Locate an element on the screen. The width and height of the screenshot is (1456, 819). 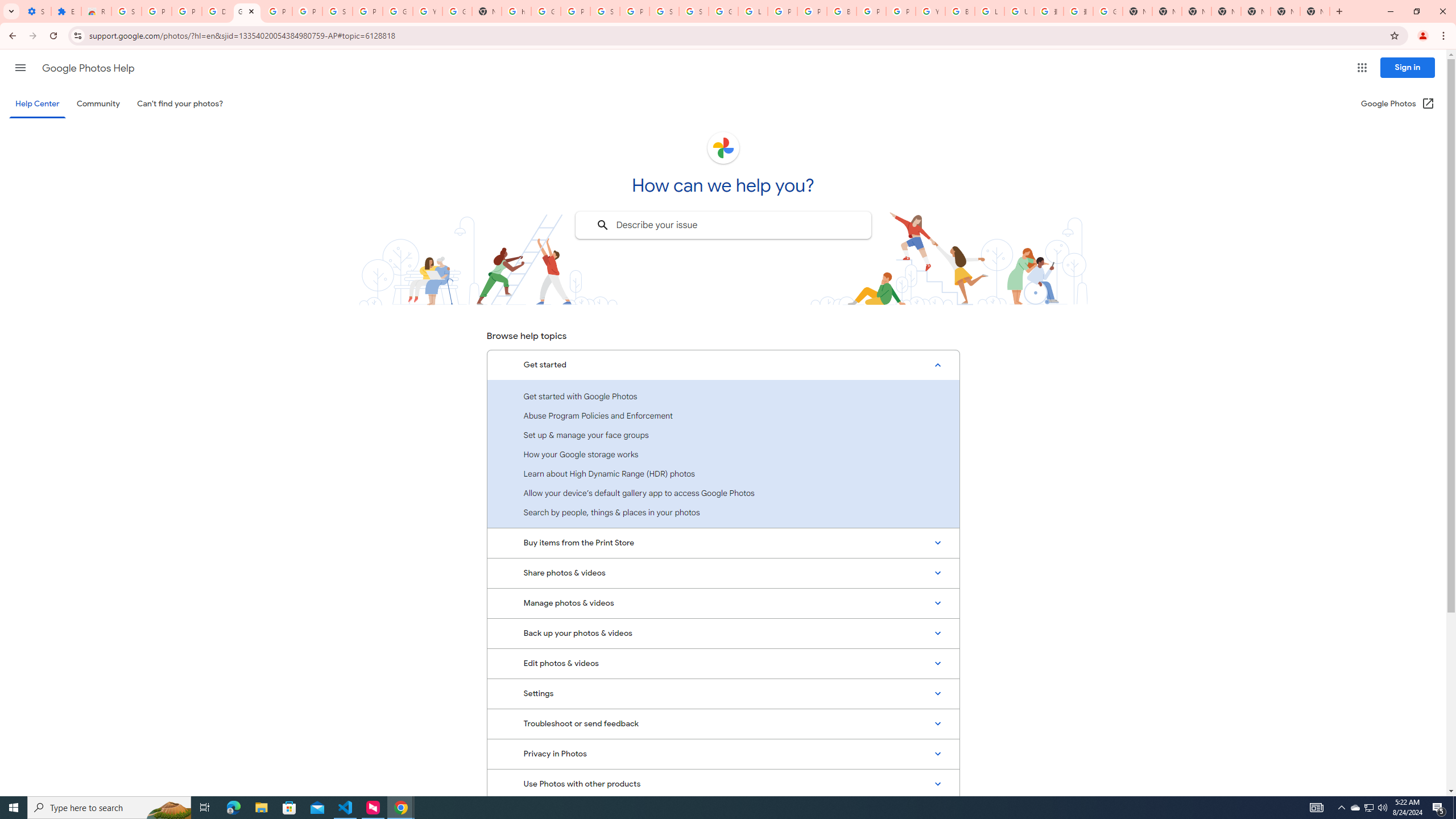
'Sign in - Google Accounts' is located at coordinates (605, 11).